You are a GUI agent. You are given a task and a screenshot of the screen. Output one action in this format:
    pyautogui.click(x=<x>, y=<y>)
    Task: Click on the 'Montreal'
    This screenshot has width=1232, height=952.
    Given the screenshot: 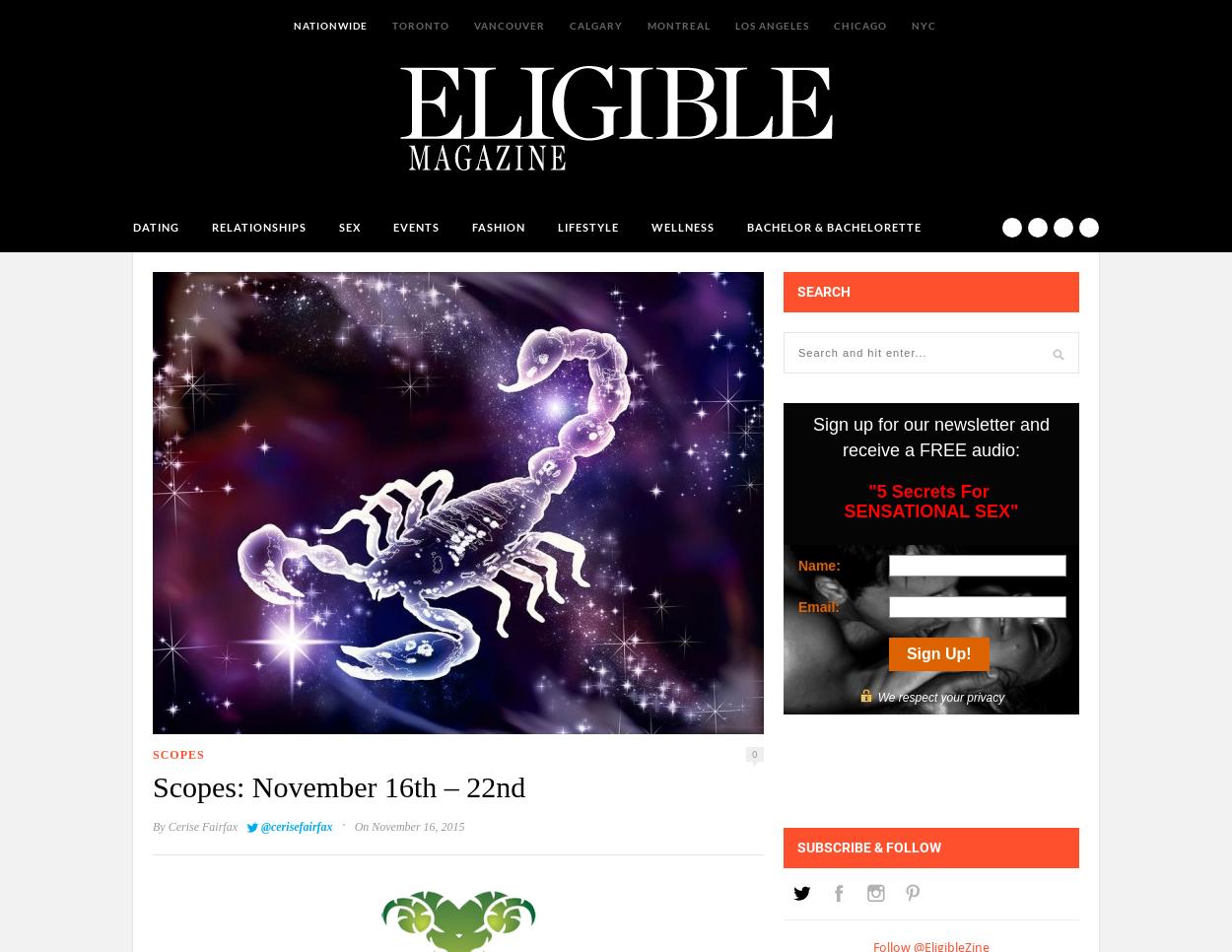 What is the action you would take?
    pyautogui.click(x=678, y=24)
    